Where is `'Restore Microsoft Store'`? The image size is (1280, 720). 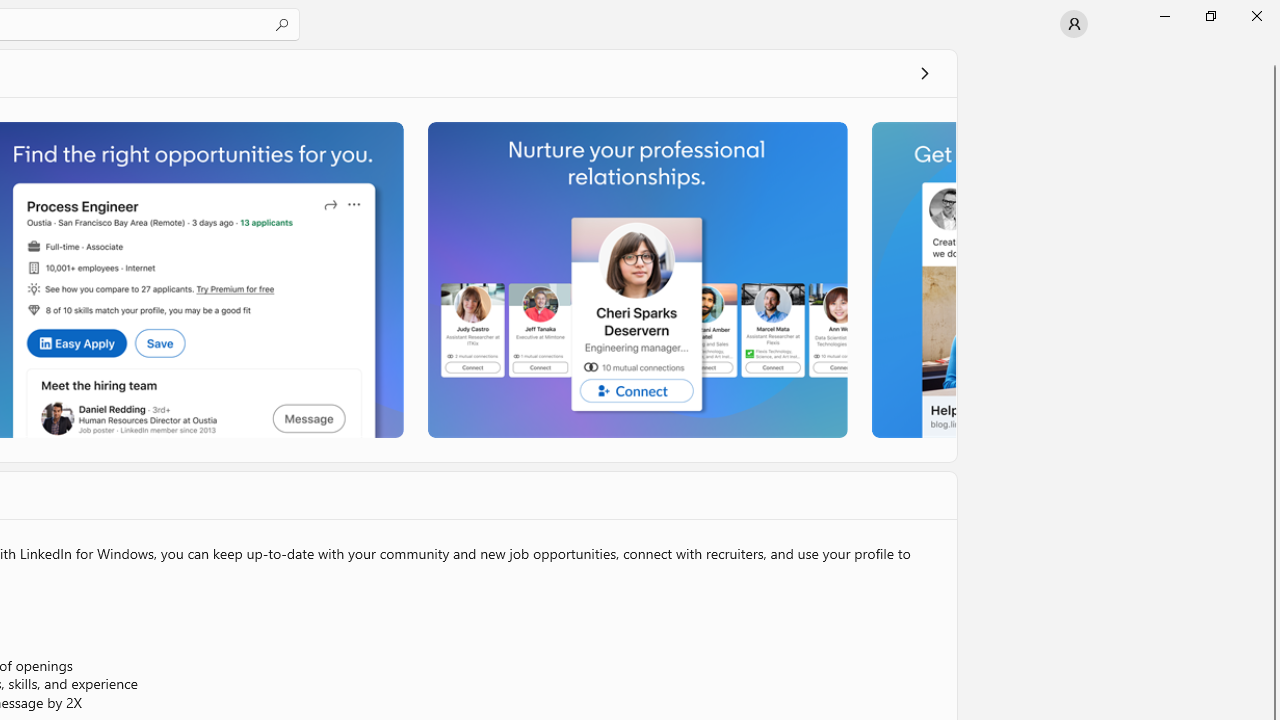 'Restore Microsoft Store' is located at coordinates (1209, 15).